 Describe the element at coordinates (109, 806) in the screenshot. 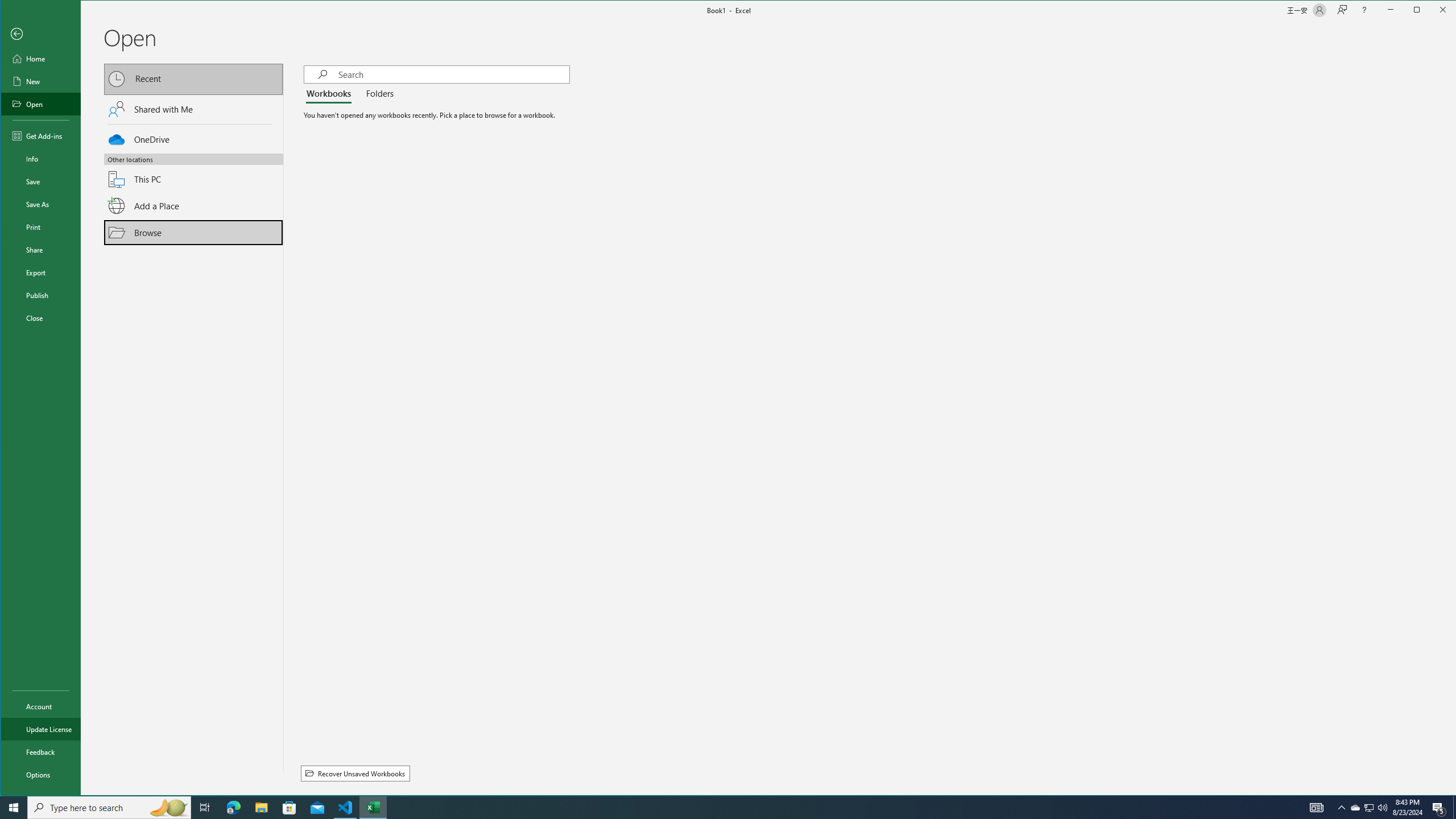

I see `'Type here to search'` at that location.